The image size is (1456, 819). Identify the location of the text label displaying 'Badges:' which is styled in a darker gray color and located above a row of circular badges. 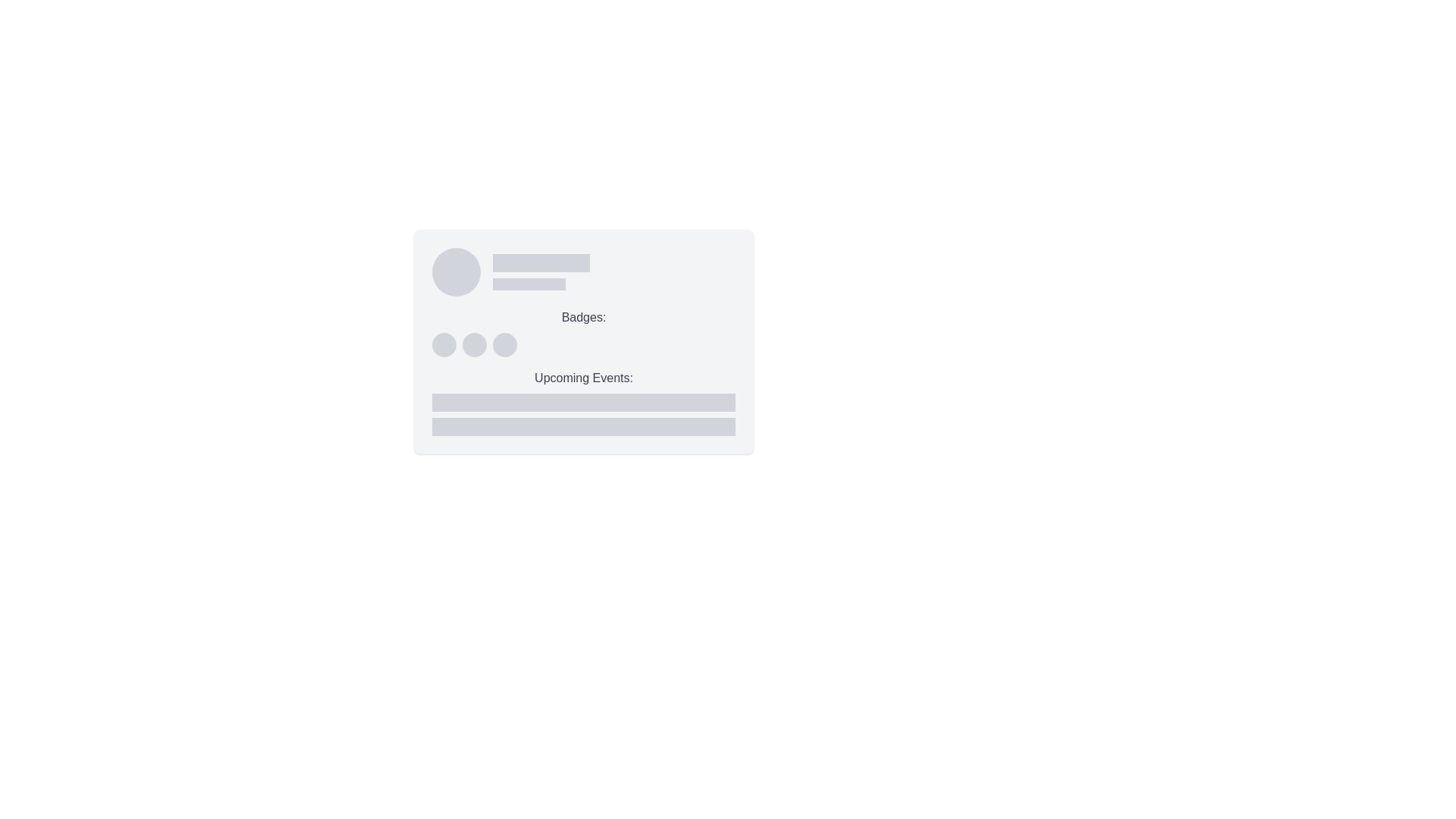
(582, 317).